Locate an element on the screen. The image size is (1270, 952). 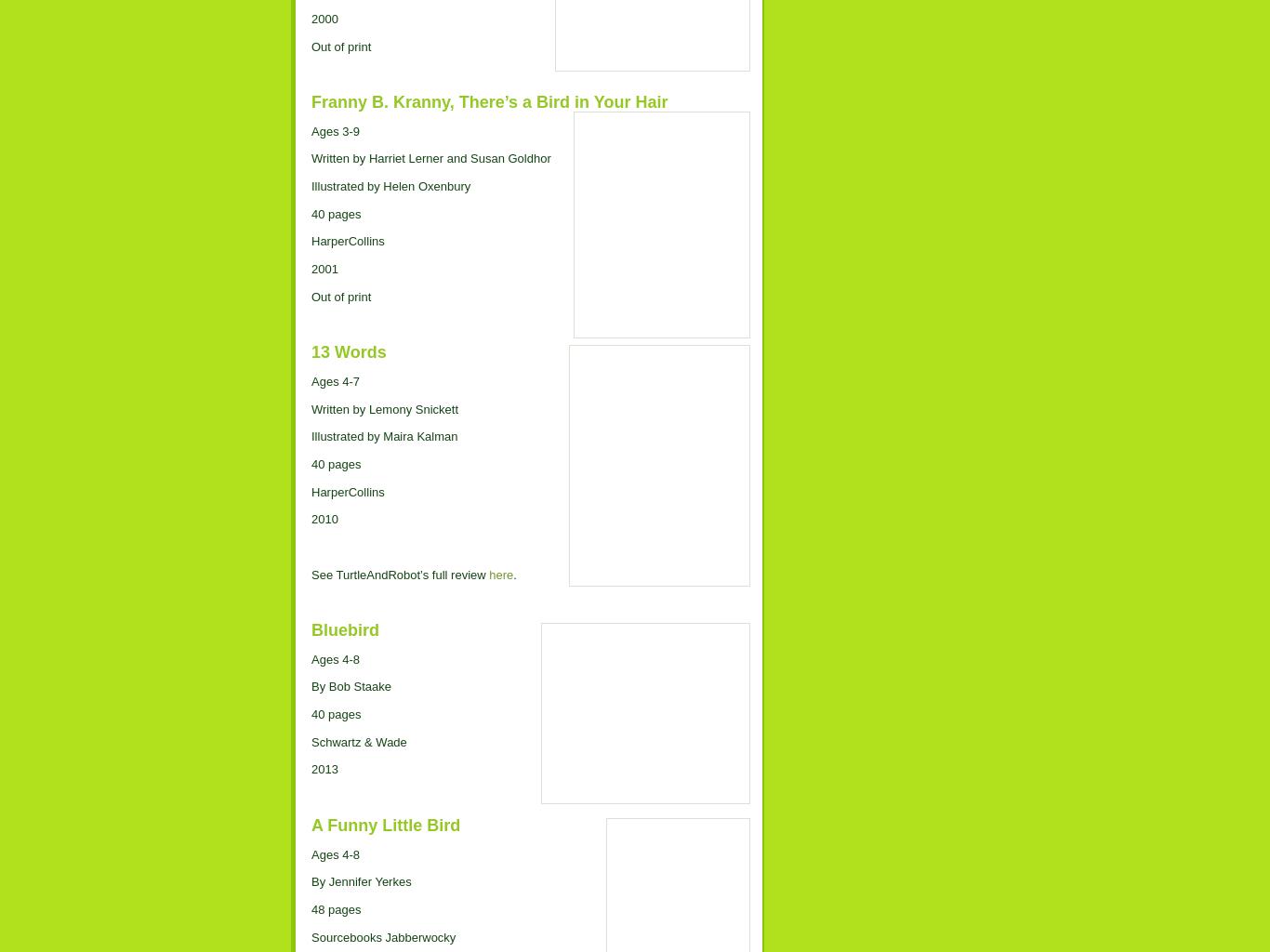
'Bluebird' is located at coordinates (311, 628).